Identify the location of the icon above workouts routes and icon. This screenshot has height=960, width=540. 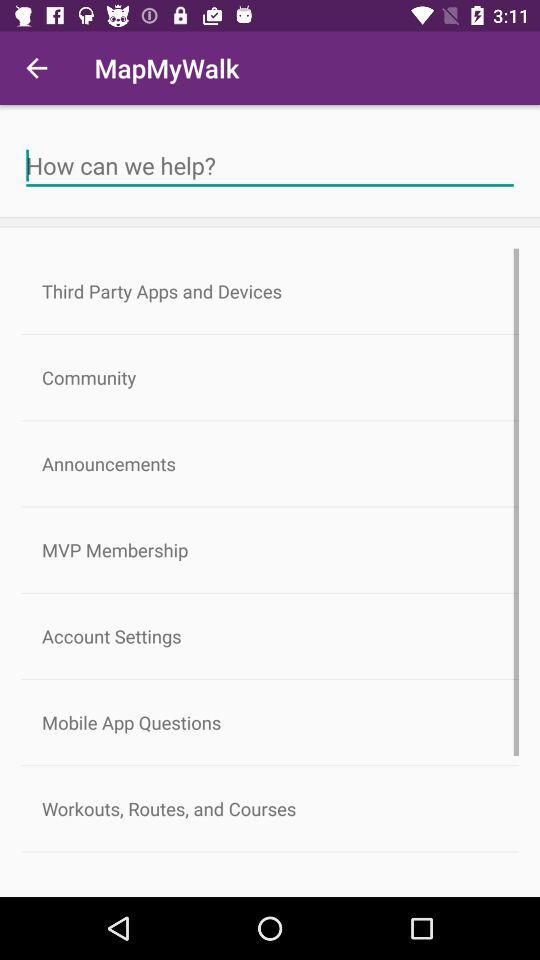
(270, 721).